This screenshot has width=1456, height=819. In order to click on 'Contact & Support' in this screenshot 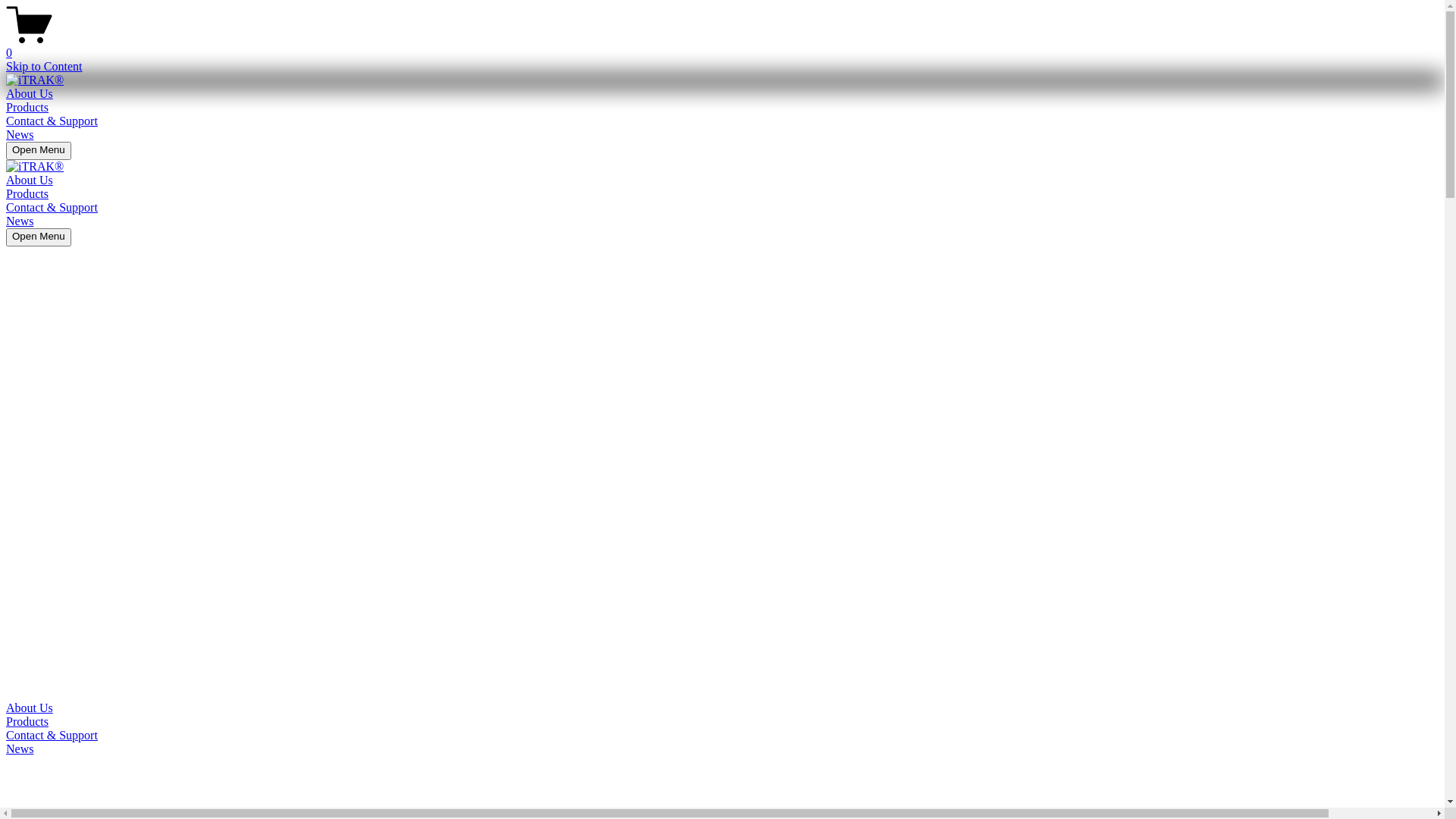, I will do `click(52, 207)`.